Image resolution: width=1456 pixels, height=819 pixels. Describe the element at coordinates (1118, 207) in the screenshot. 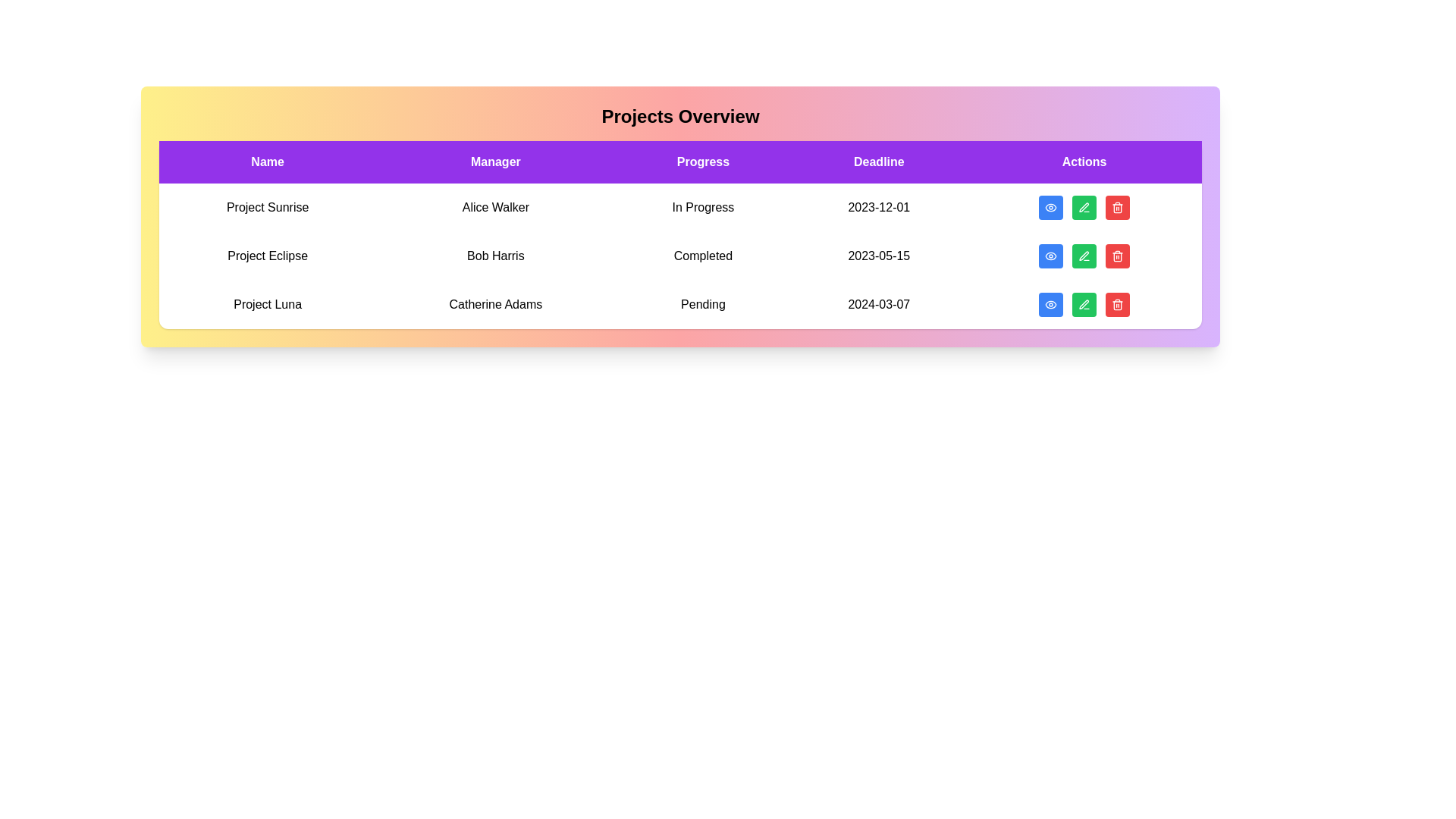

I see `delete button for the project named Project Sunrise` at that location.